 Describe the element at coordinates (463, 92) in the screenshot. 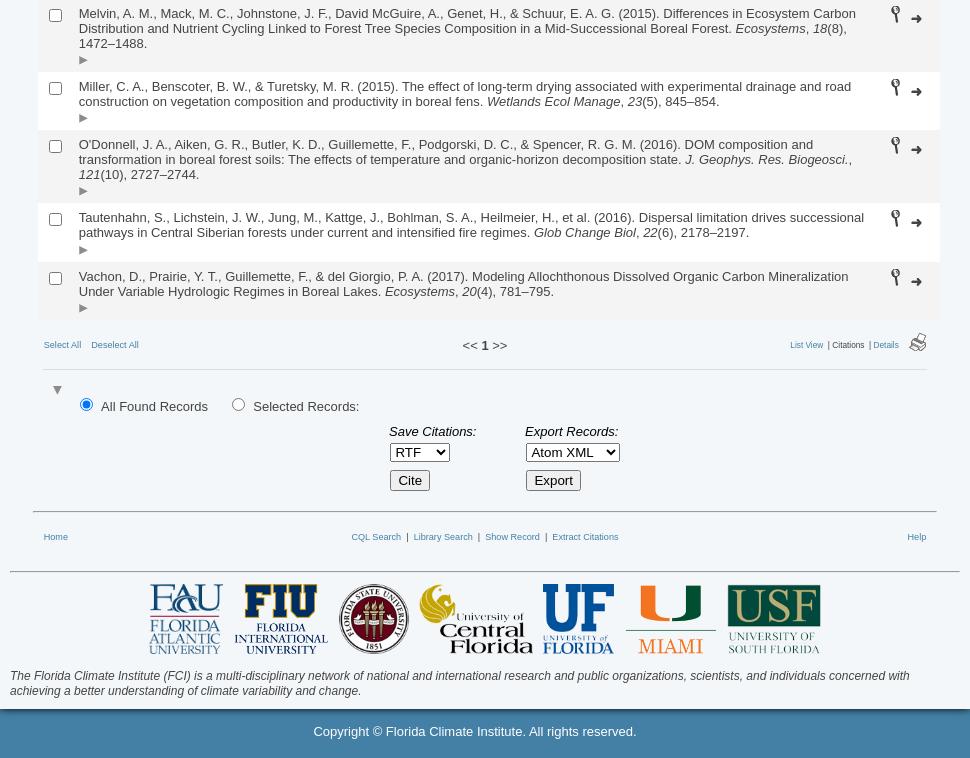

I see `'Miller, C. A., Benscoter, B. W., & Turetsky, M. R. (2015). The effect of long-term drying associated with experimental drainage and road construction on vegetation composition and productivity in boreal fens.'` at that location.